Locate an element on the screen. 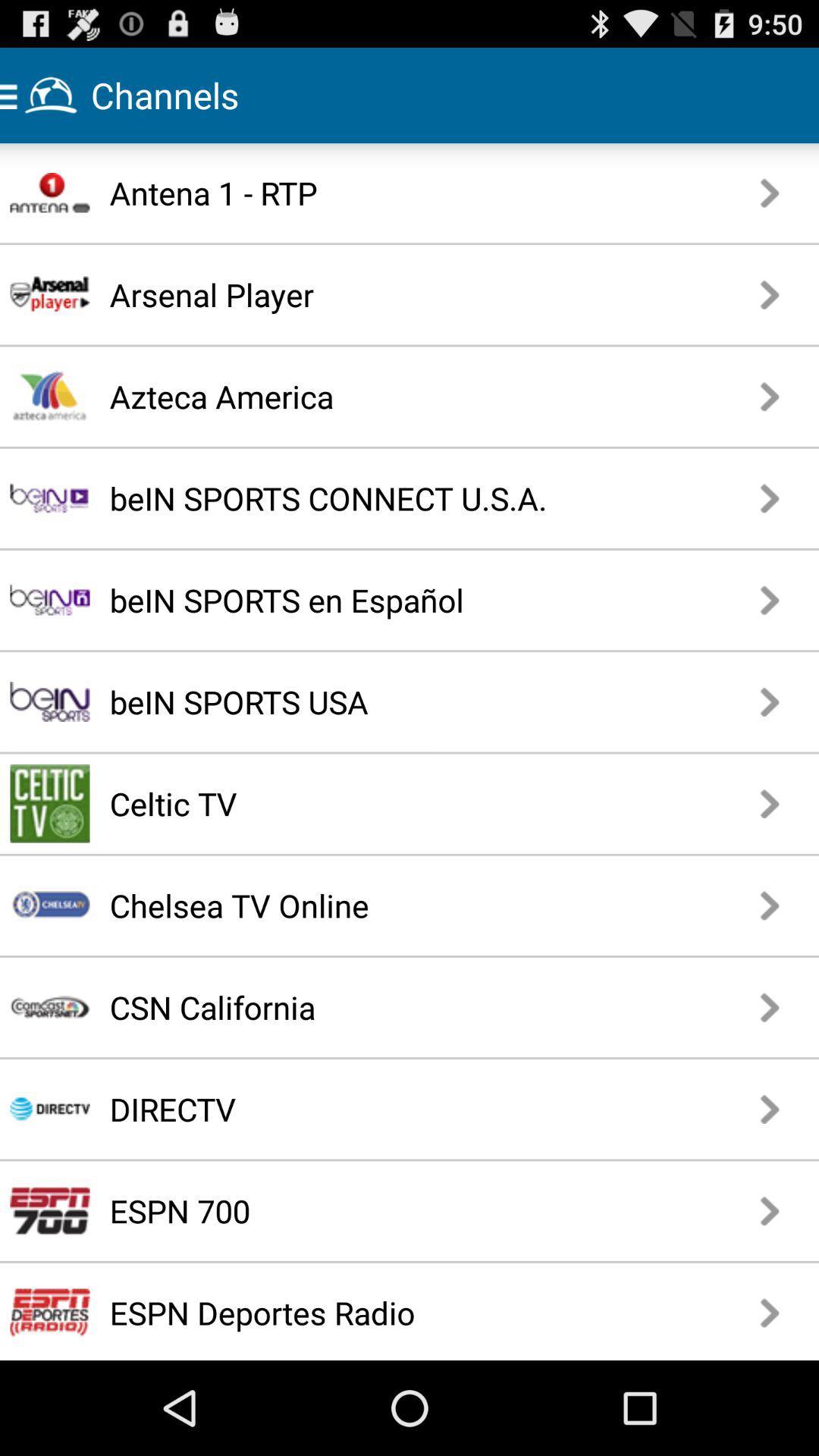 The width and height of the screenshot is (819, 1456). app above csn california item is located at coordinates (375, 905).